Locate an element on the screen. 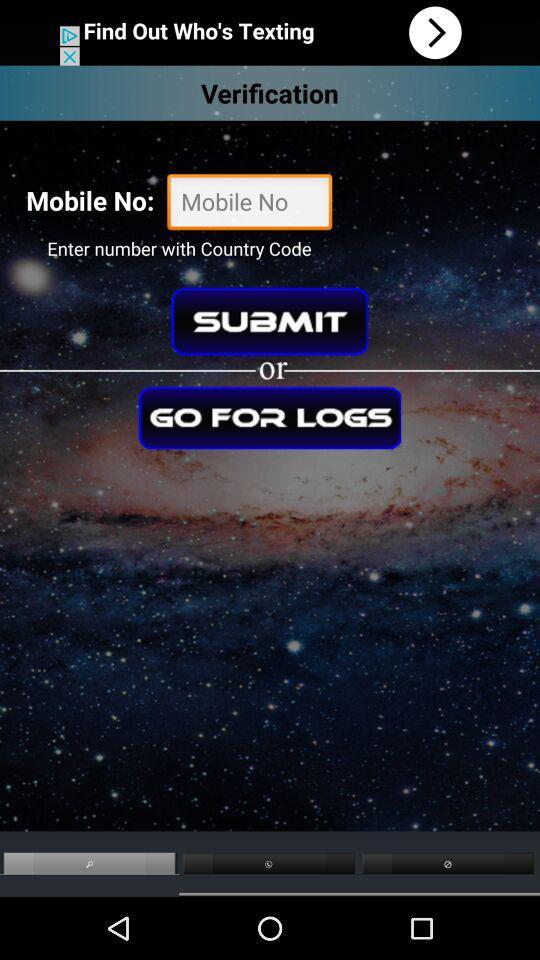 The width and height of the screenshot is (540, 960). submit button is located at coordinates (269, 321).